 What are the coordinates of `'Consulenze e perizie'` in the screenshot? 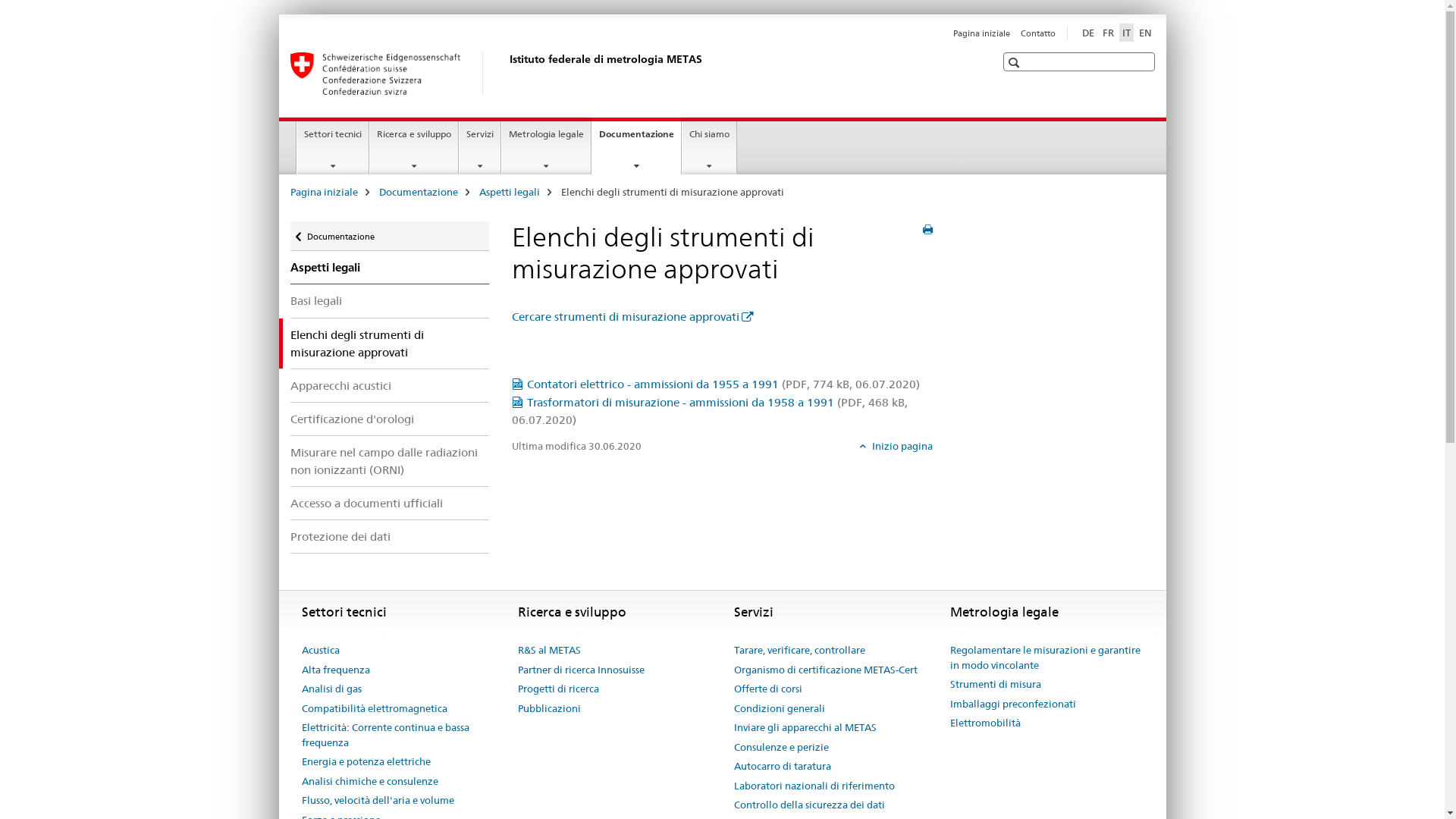 It's located at (781, 747).